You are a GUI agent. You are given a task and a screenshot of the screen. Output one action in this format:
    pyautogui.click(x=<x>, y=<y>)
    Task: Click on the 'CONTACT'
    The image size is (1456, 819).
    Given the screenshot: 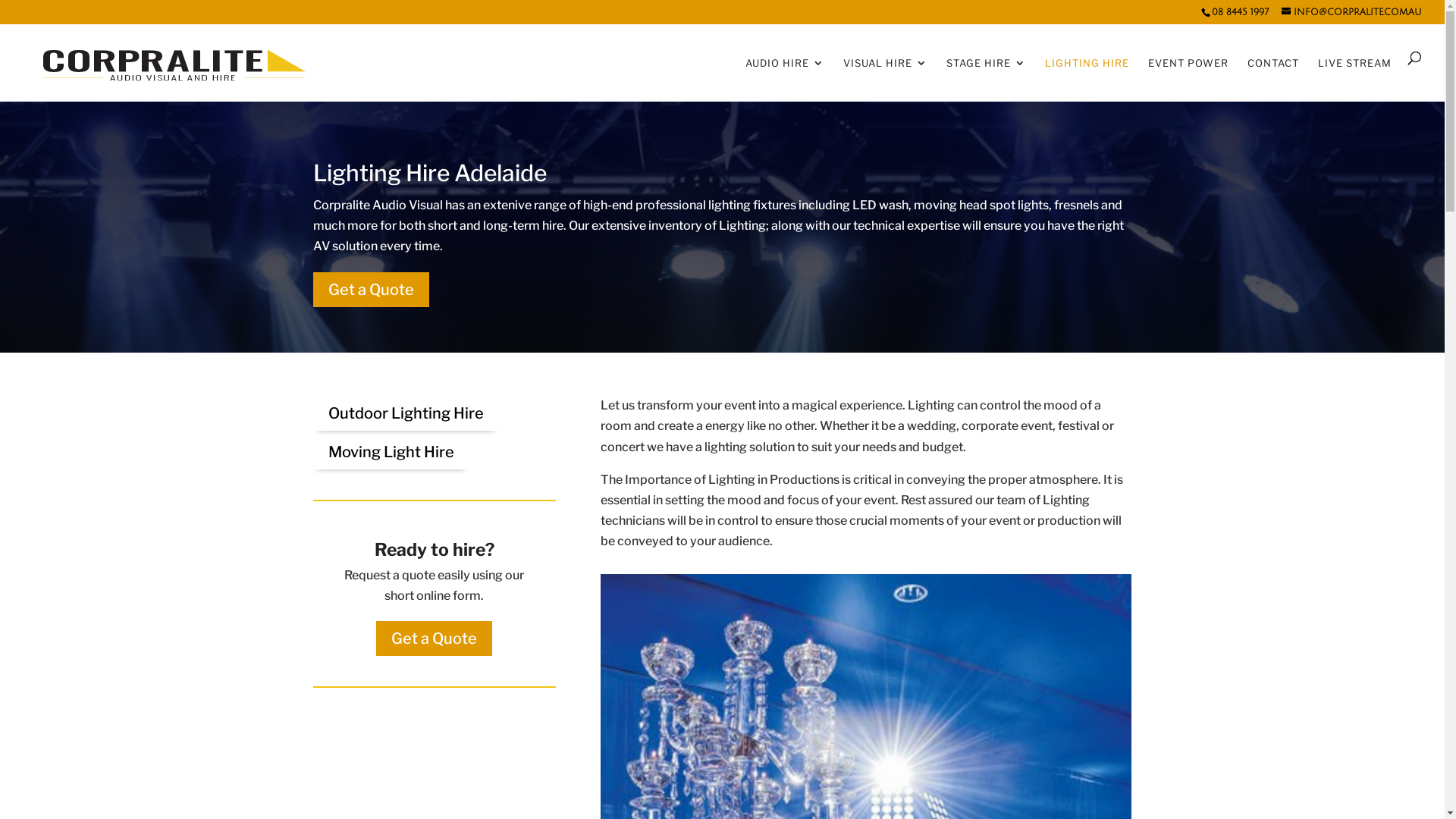 What is the action you would take?
    pyautogui.click(x=1273, y=76)
    